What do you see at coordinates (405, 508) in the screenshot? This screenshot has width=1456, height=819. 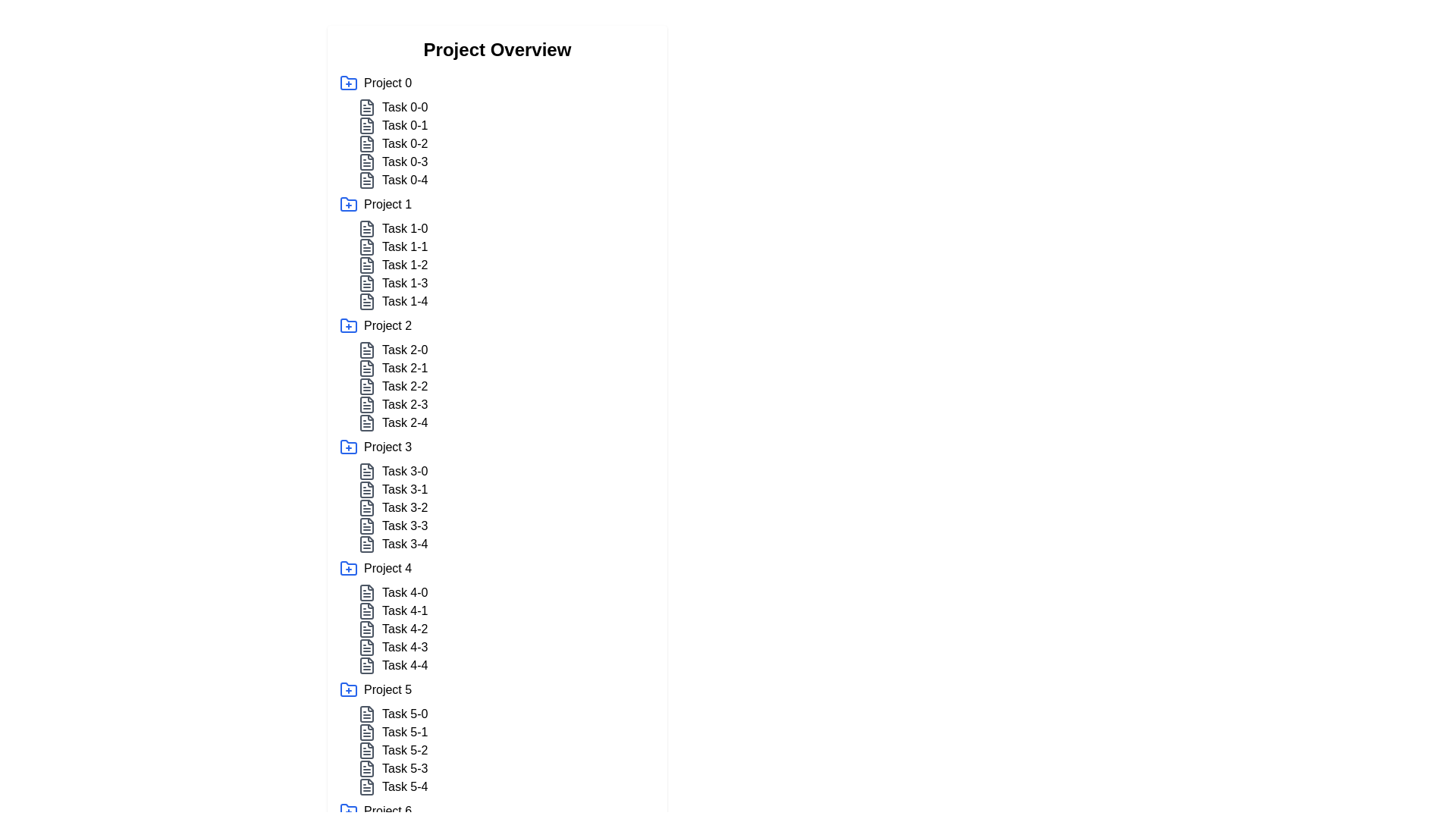 I see `the 'Task 3-2' text label` at bounding box center [405, 508].